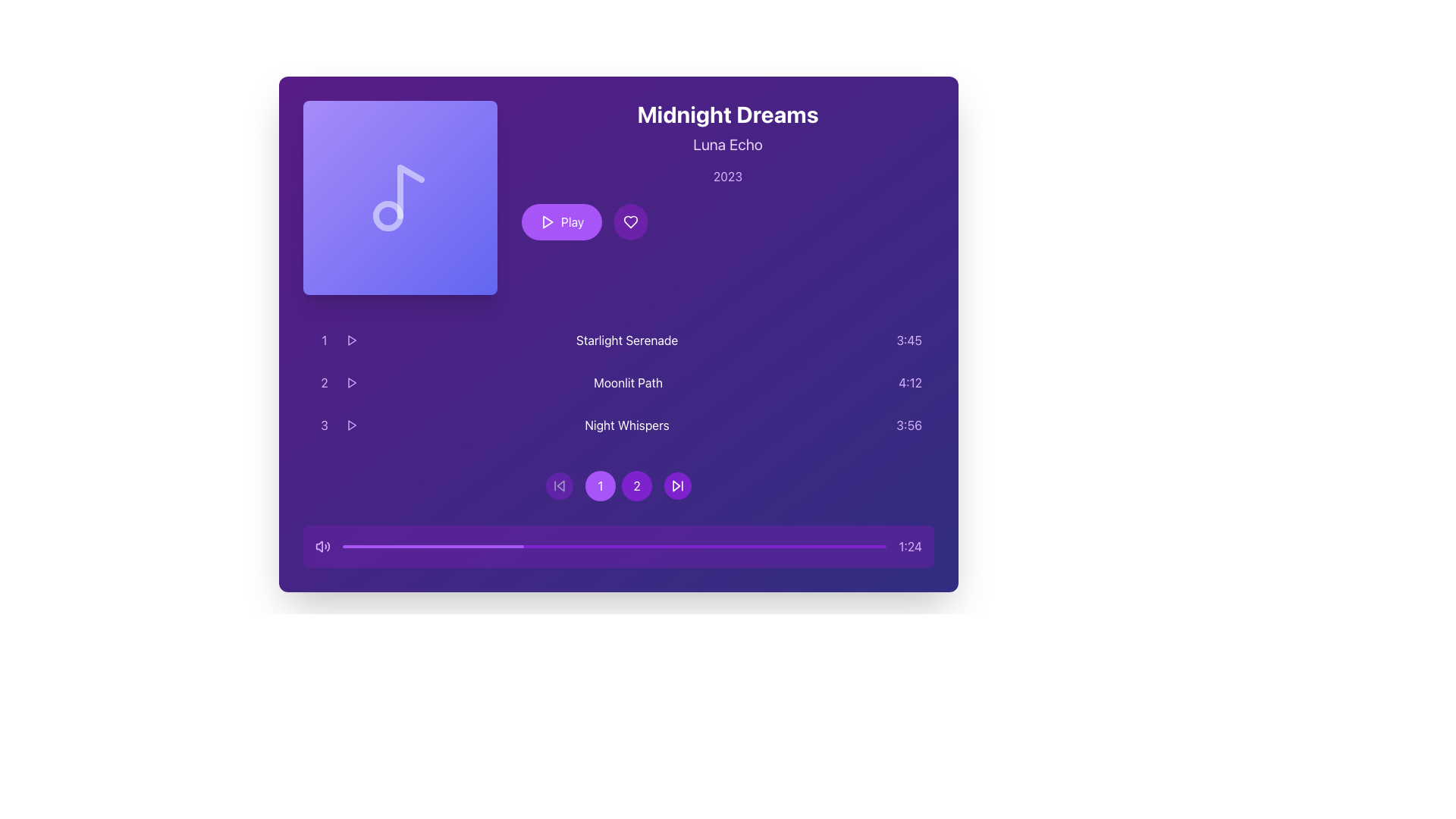 The height and width of the screenshot is (819, 1456). Describe the element at coordinates (676, 485) in the screenshot. I see `the 'skip forward' button located at the bottom center of the interface, which is the rightmost button in the media control group, within permissible areas` at that location.